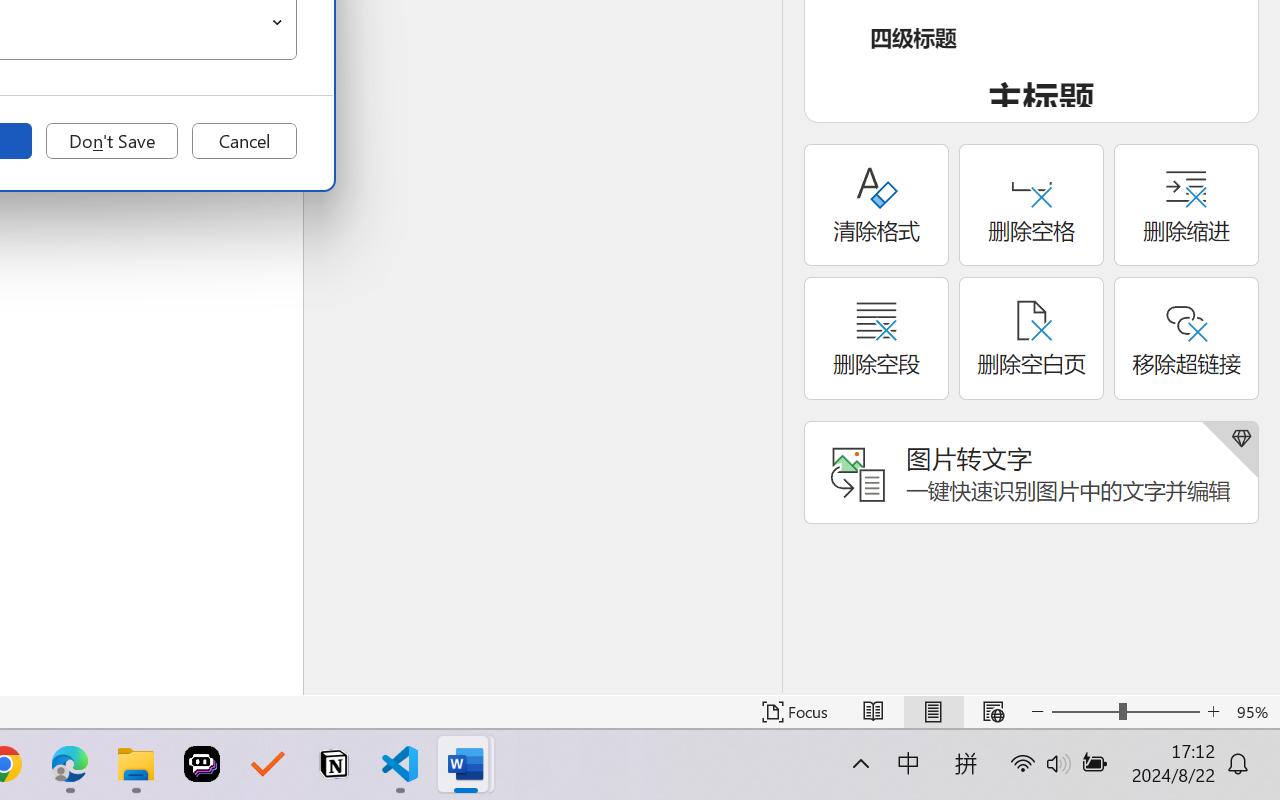 This screenshot has width=1280, height=800. Describe the element at coordinates (1252, 711) in the screenshot. I see `'Zoom 95%'` at that location.